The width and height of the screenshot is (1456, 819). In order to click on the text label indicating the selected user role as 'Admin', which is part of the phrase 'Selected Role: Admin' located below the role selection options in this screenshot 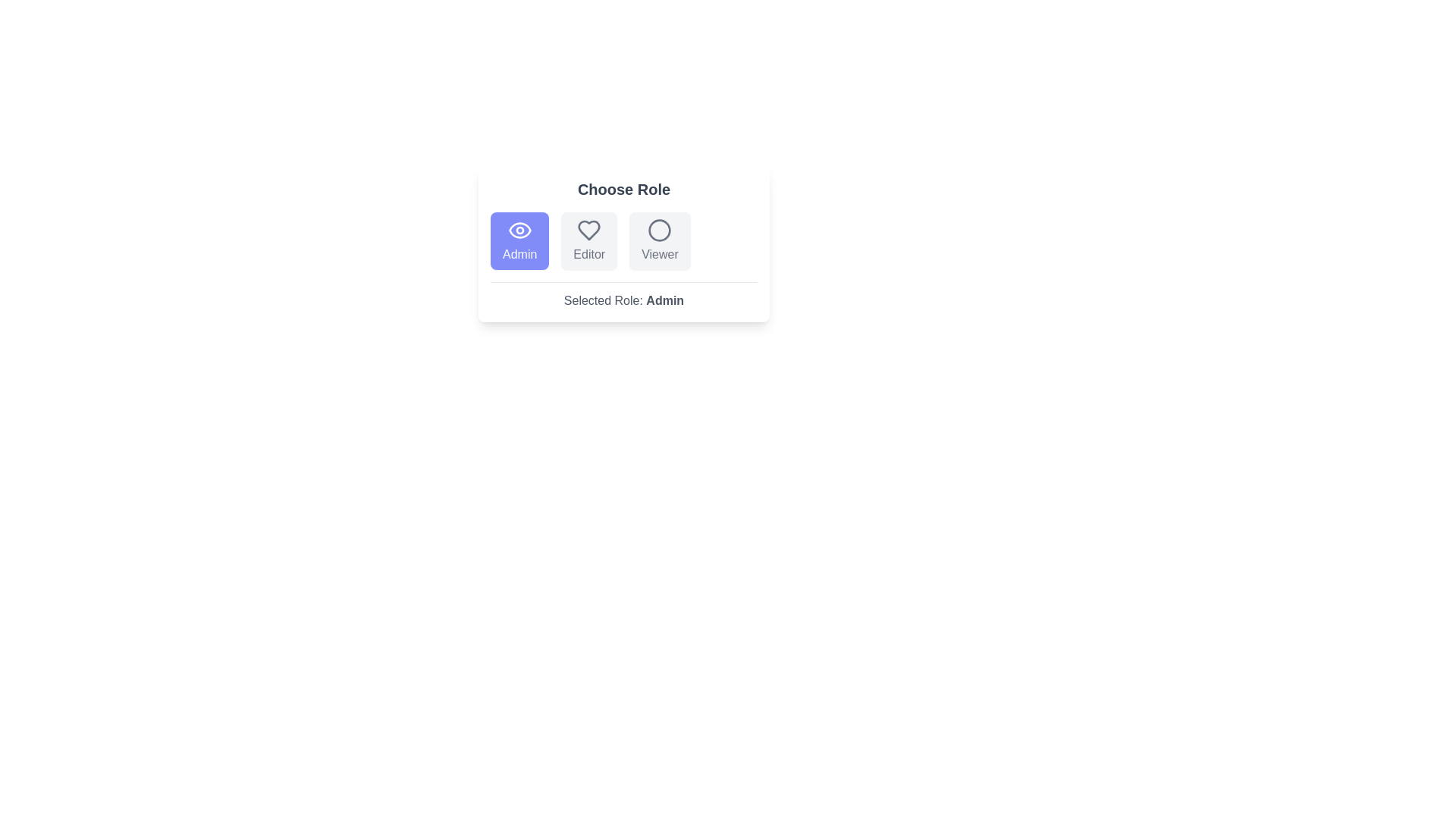, I will do `click(665, 300)`.